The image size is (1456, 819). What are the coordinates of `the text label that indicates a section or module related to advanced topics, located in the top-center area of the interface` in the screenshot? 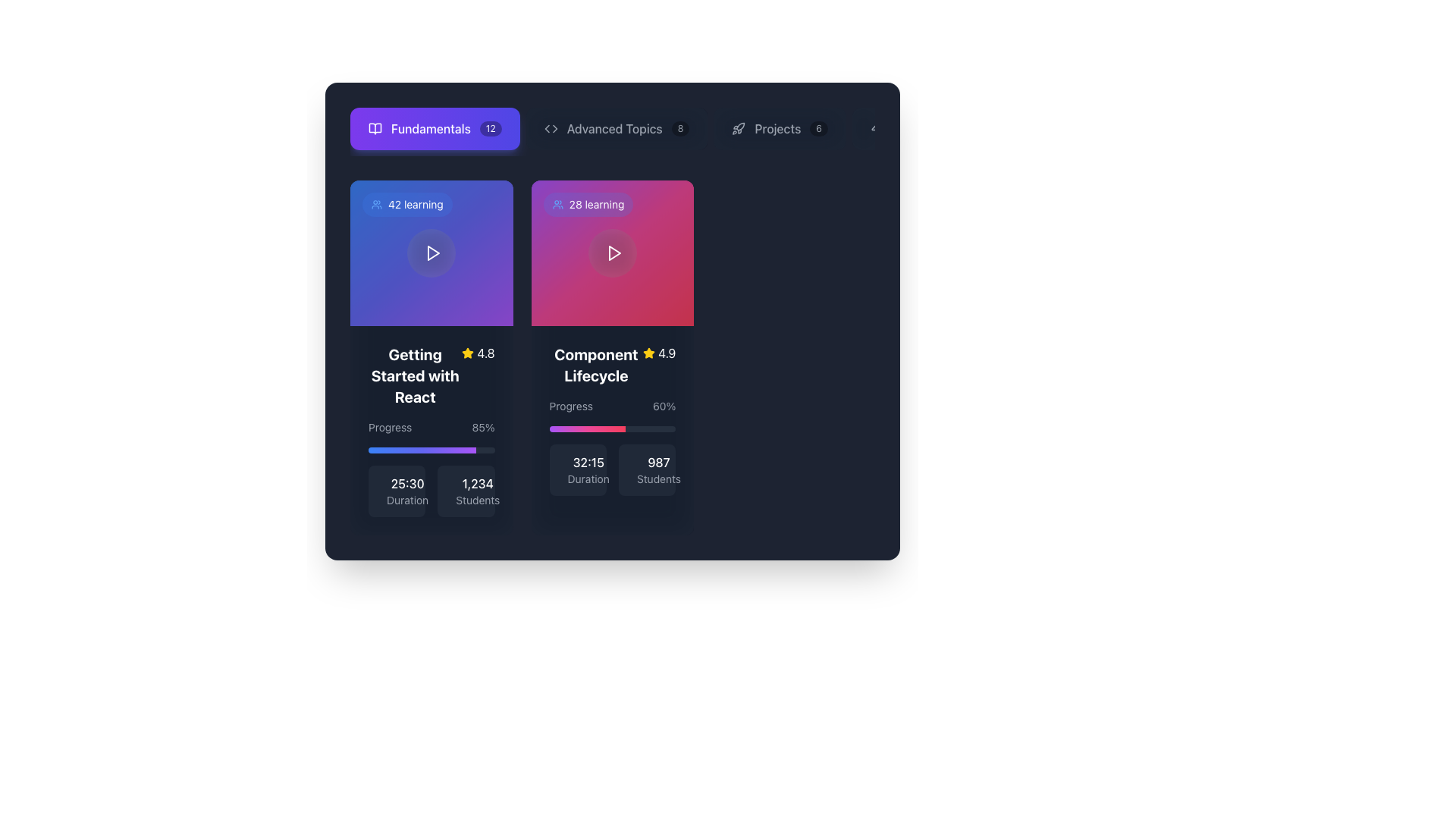 It's located at (614, 127).